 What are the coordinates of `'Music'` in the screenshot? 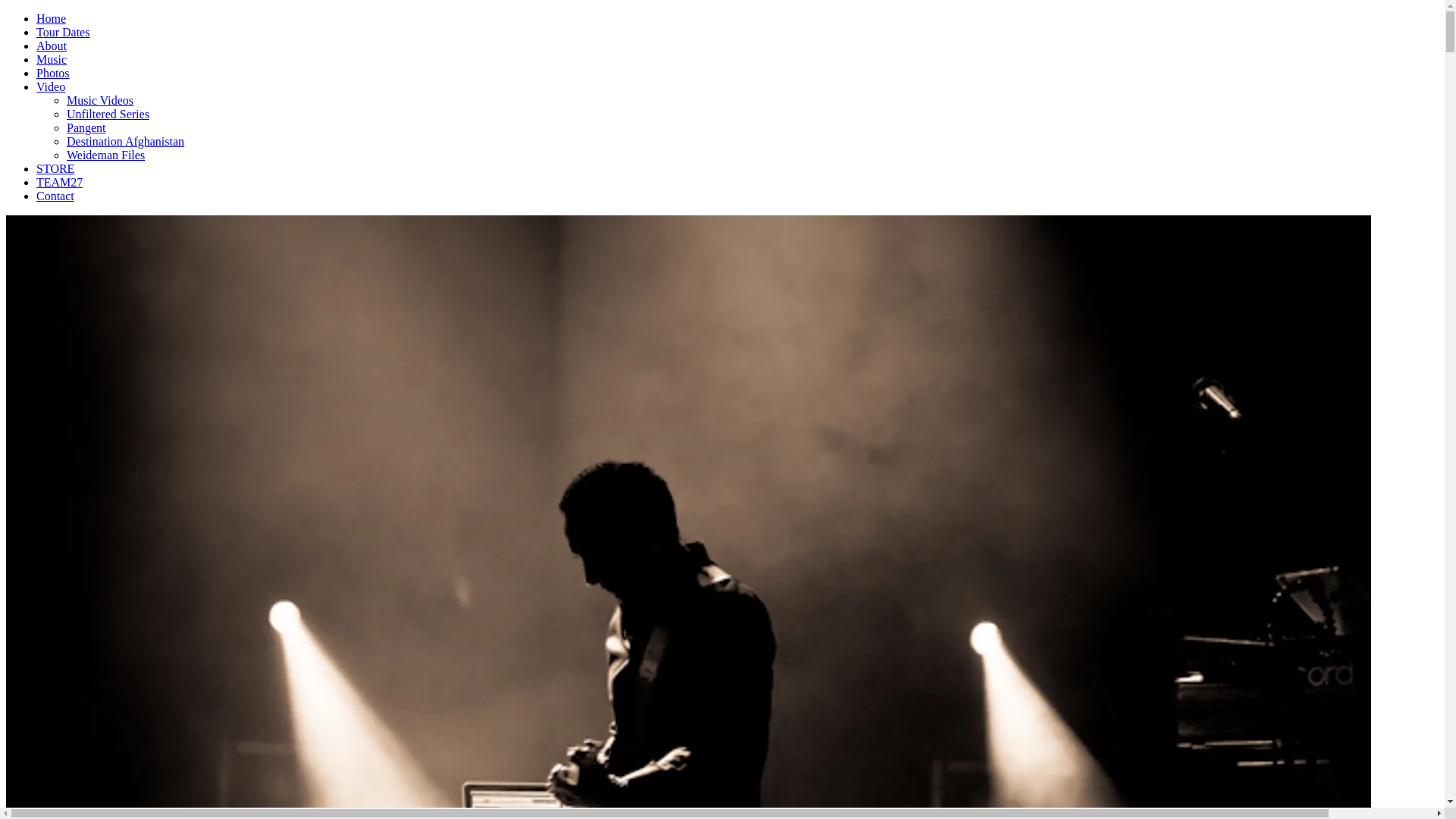 It's located at (51, 58).